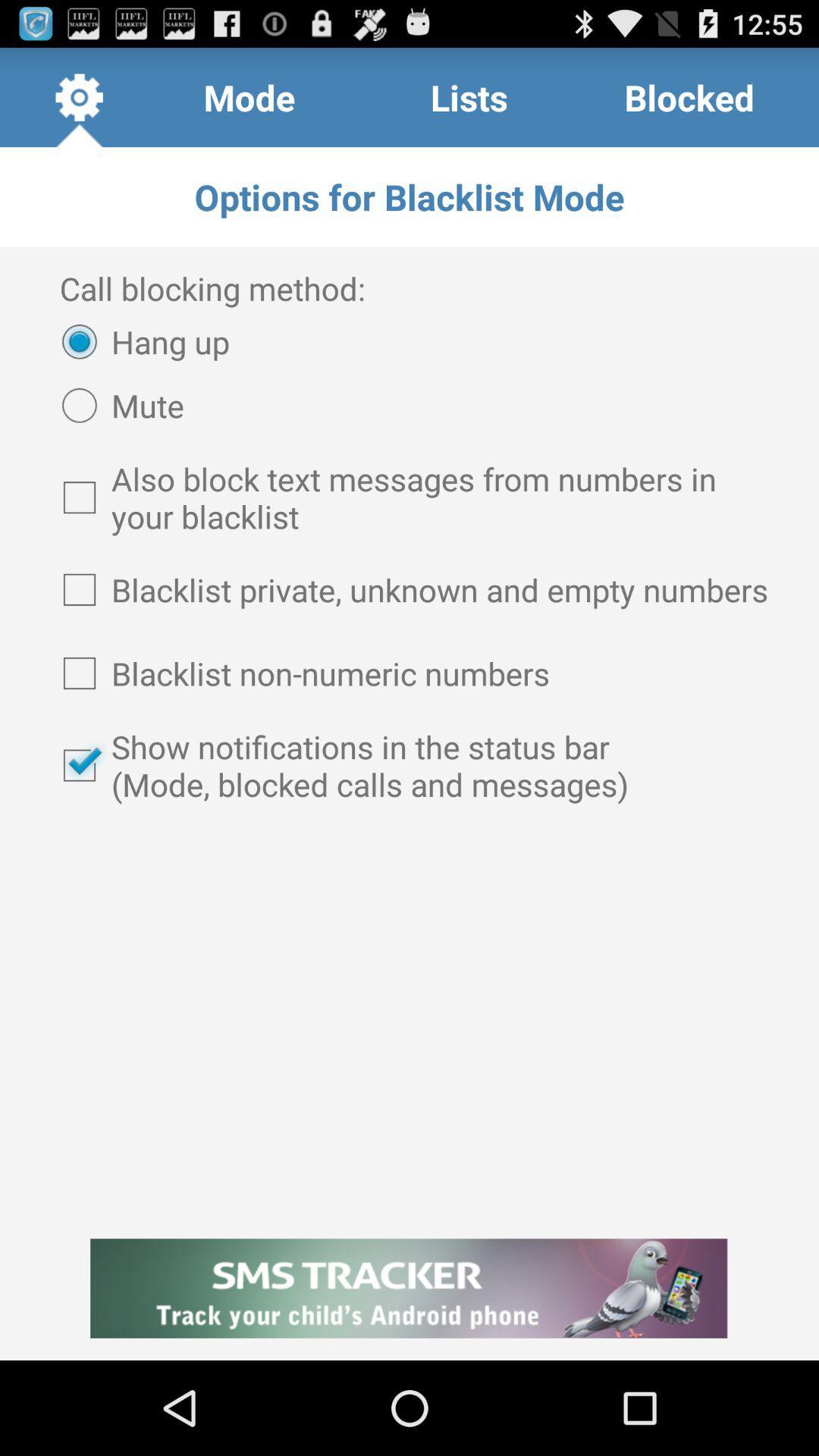 The image size is (819, 1456). Describe the element at coordinates (469, 96) in the screenshot. I see `the lists icon` at that location.